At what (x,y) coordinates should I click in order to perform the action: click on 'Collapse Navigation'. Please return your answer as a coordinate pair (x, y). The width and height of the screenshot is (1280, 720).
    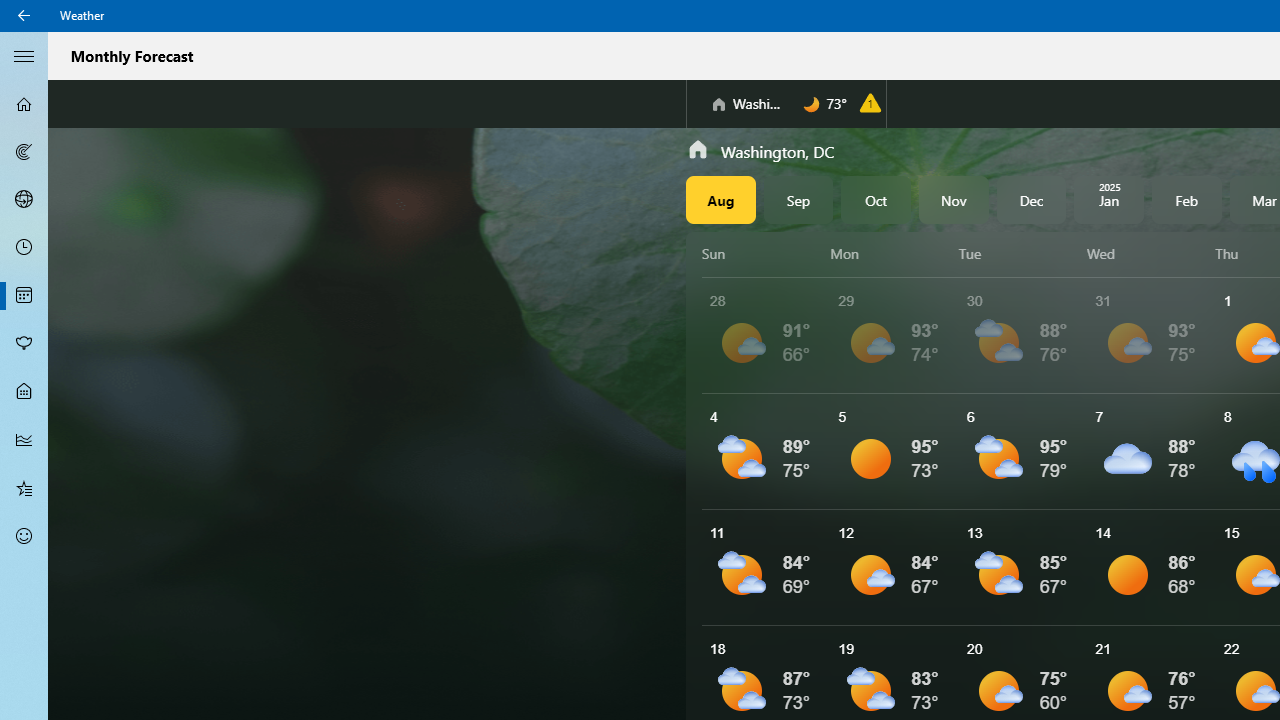
    Looking at the image, I should click on (24, 54).